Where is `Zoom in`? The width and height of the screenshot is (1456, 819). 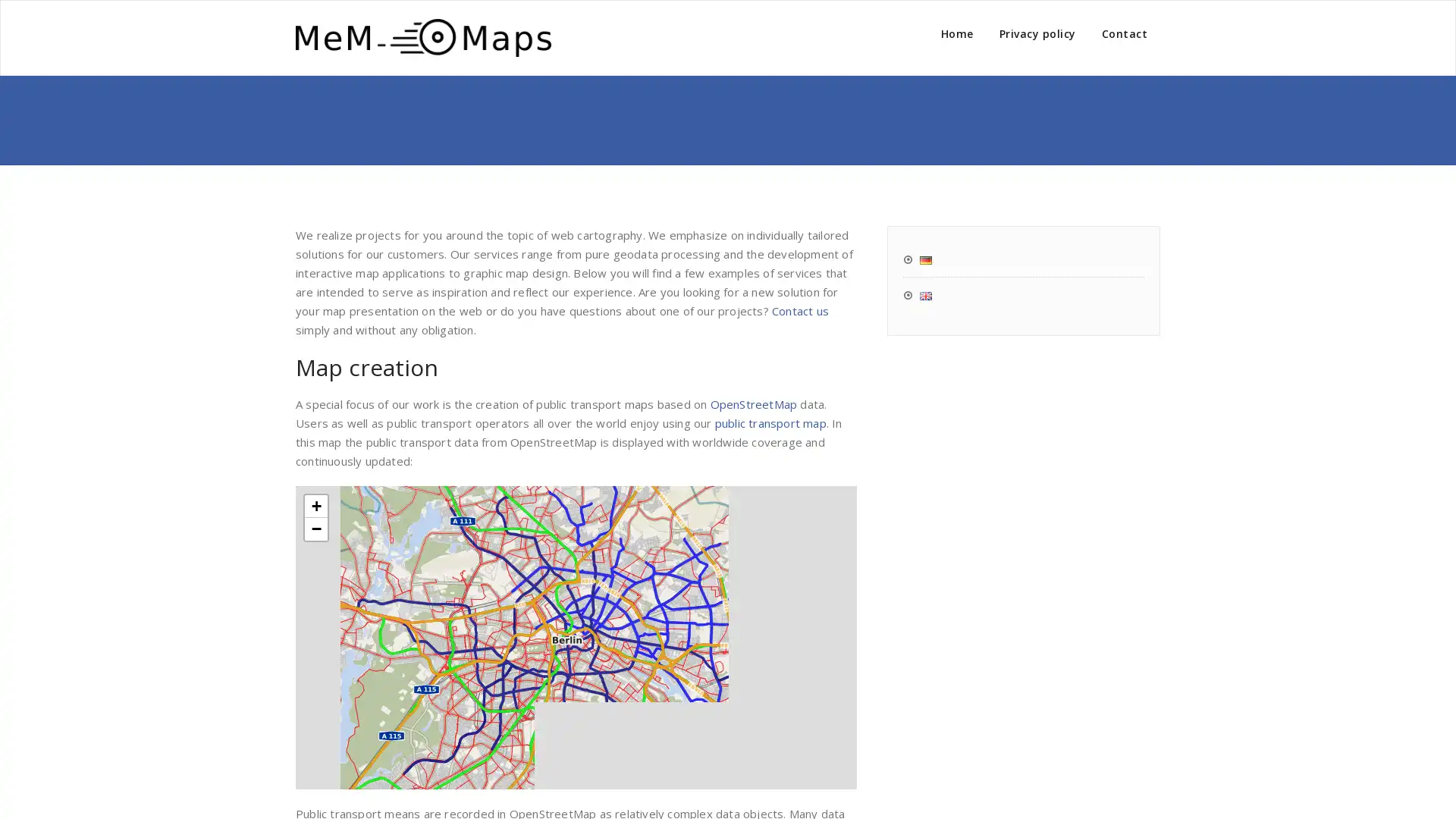 Zoom in is located at coordinates (315, 506).